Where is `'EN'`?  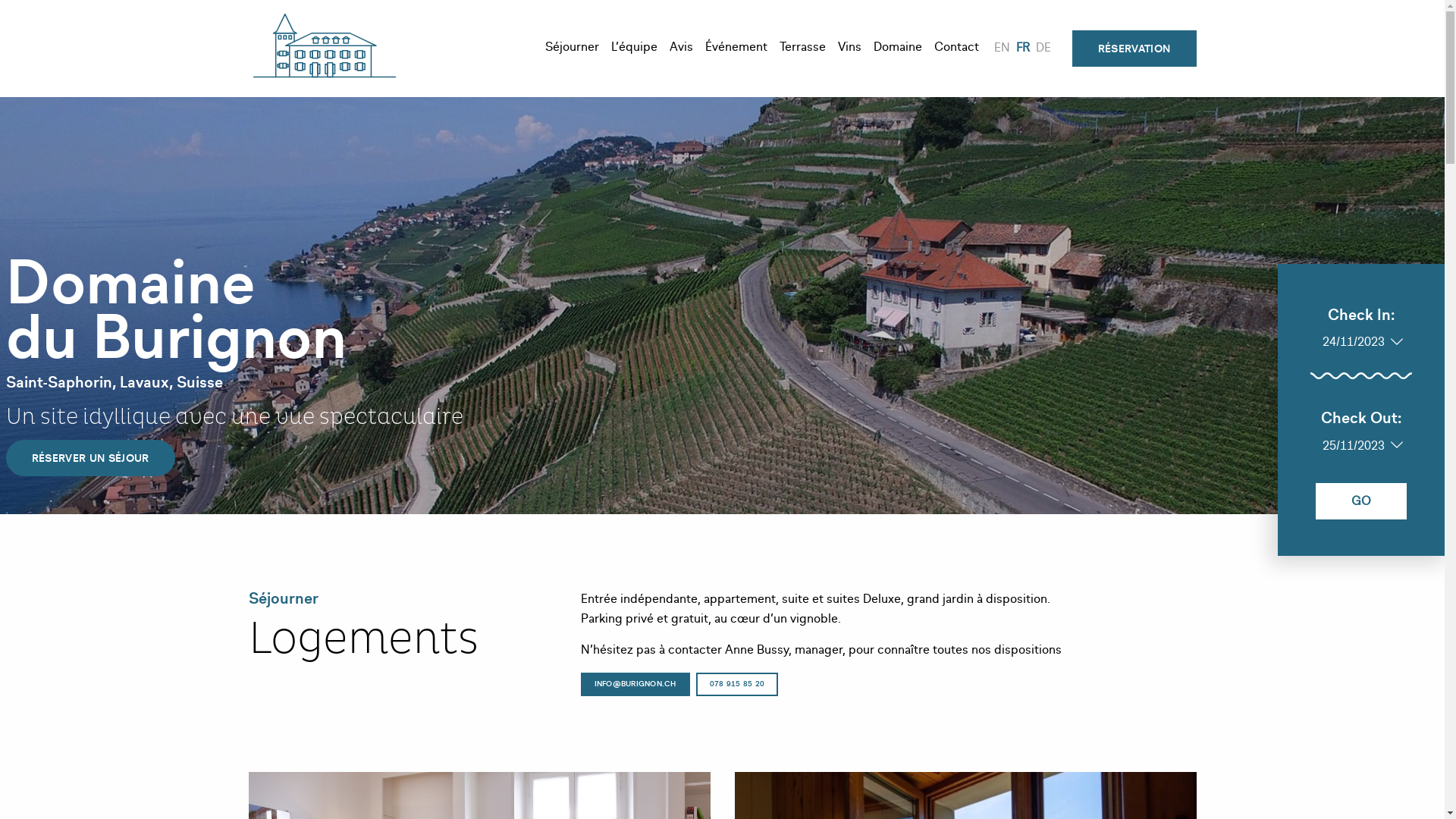 'EN' is located at coordinates (1002, 48).